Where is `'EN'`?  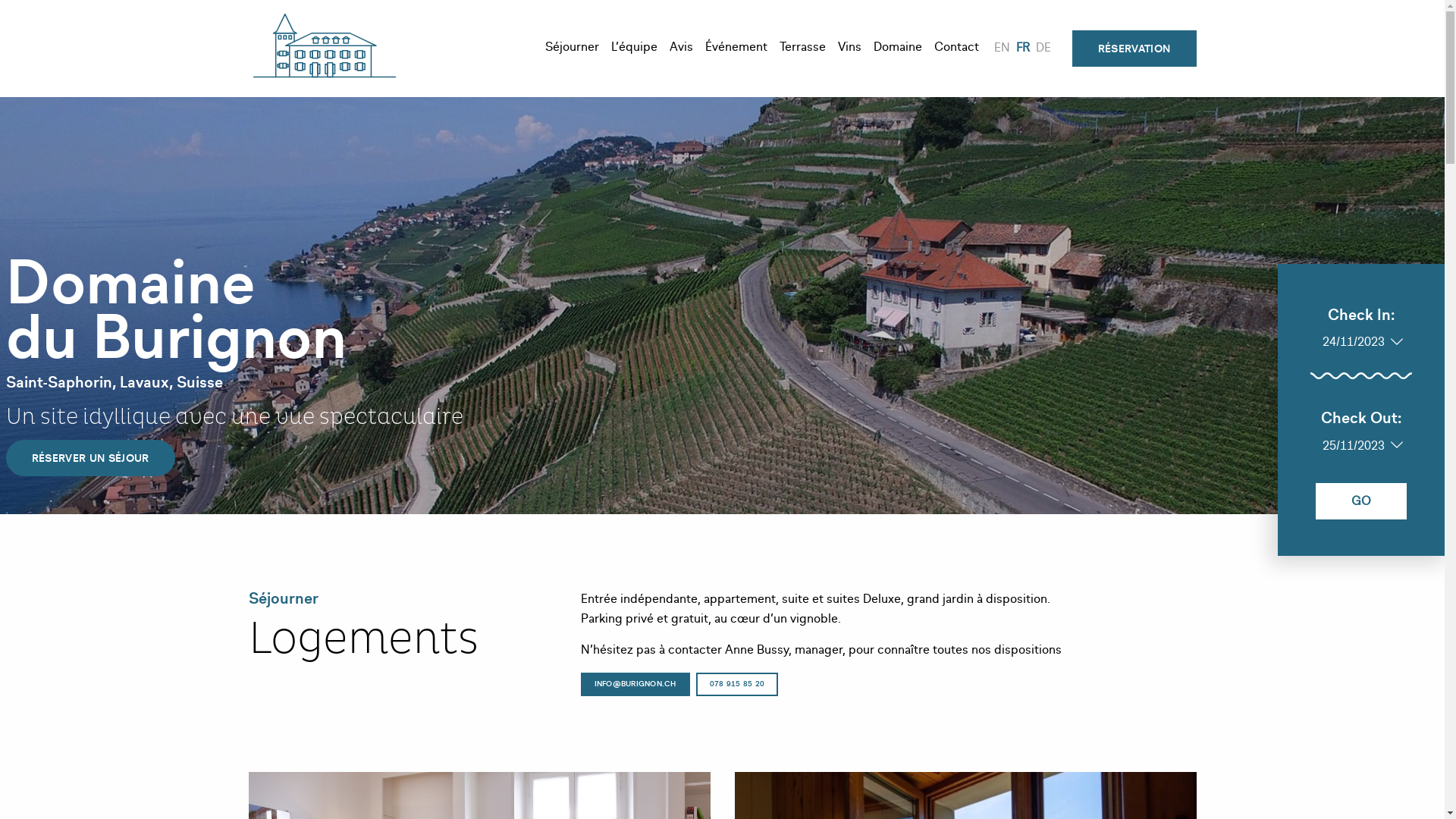 'EN' is located at coordinates (1002, 48).